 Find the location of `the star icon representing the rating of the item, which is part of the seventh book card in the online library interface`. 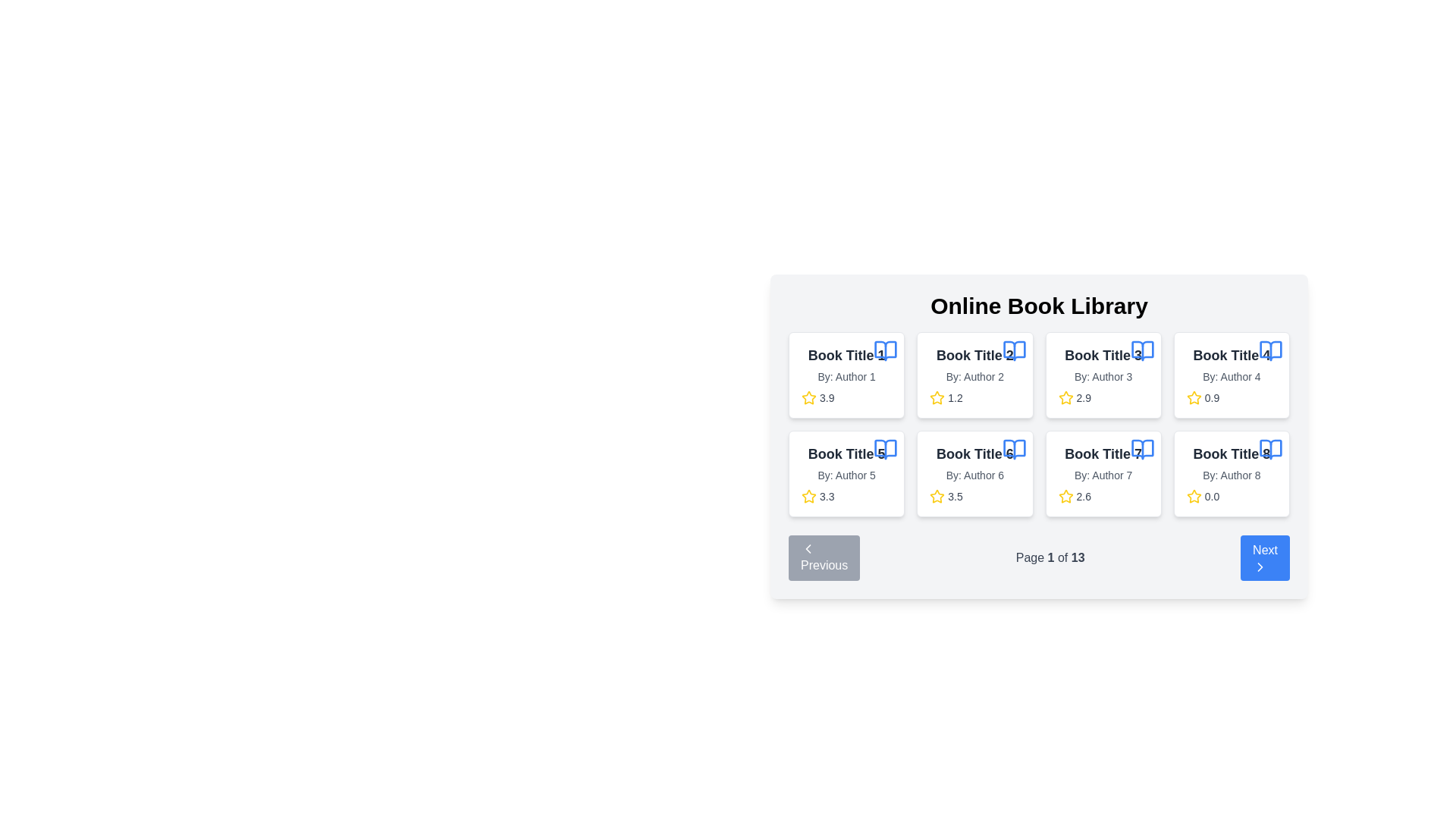

the star icon representing the rating of the item, which is part of the seventh book card in the online library interface is located at coordinates (1065, 497).